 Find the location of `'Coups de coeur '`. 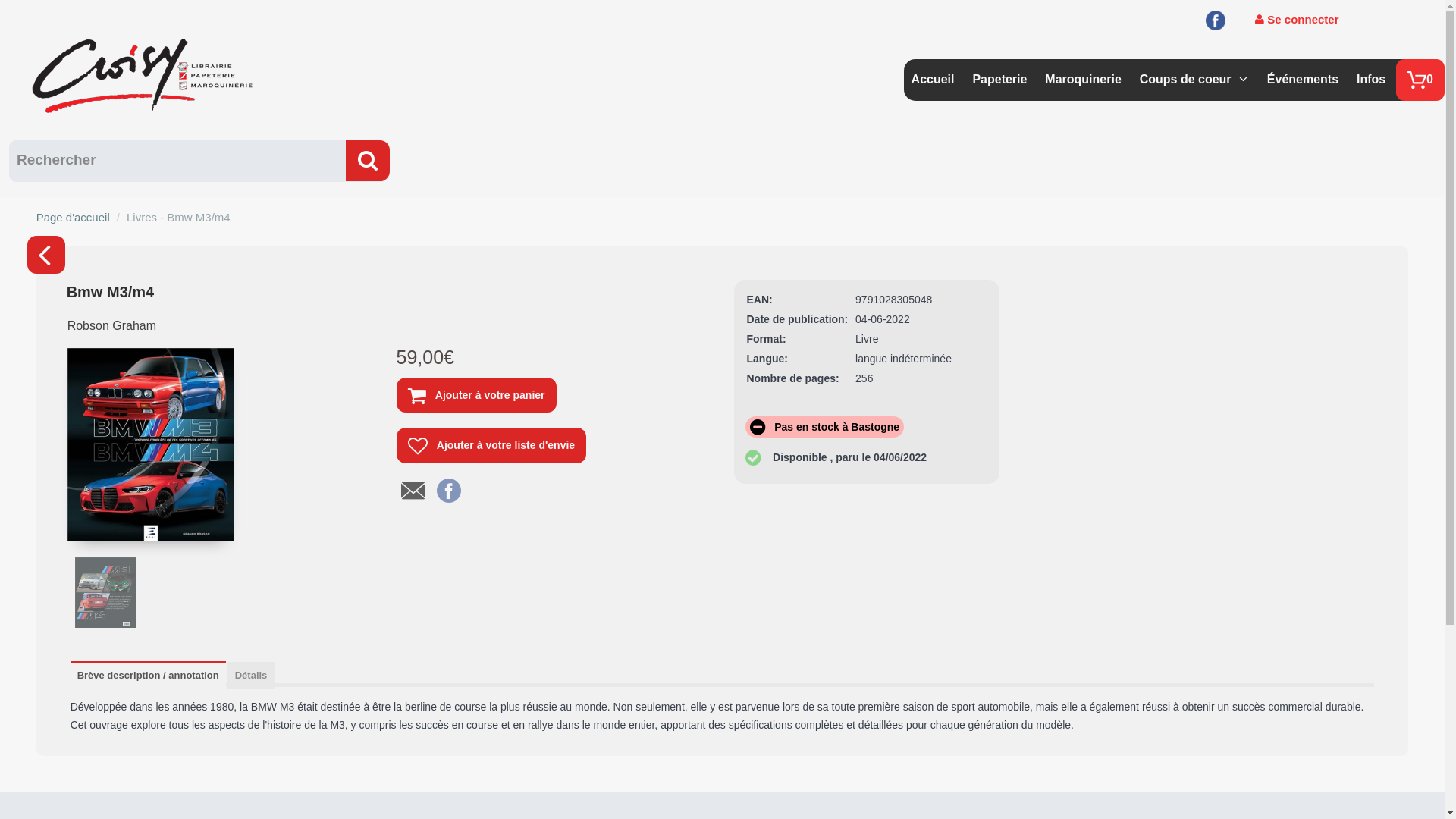

'Coups de coeur ' is located at coordinates (1186, 74).